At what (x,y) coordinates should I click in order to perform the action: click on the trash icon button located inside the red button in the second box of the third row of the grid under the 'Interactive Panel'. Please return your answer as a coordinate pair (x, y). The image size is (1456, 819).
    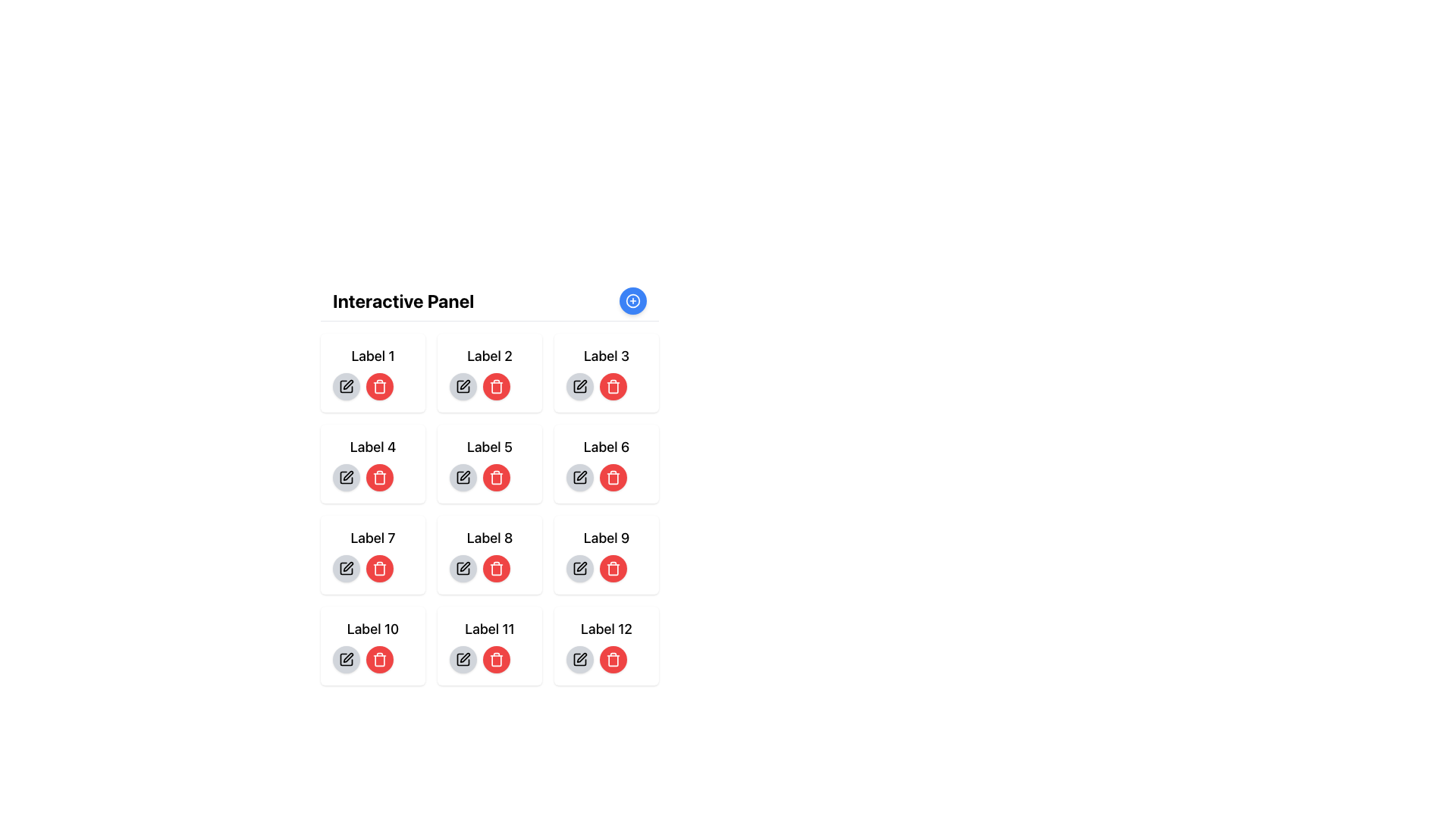
    Looking at the image, I should click on (496, 659).